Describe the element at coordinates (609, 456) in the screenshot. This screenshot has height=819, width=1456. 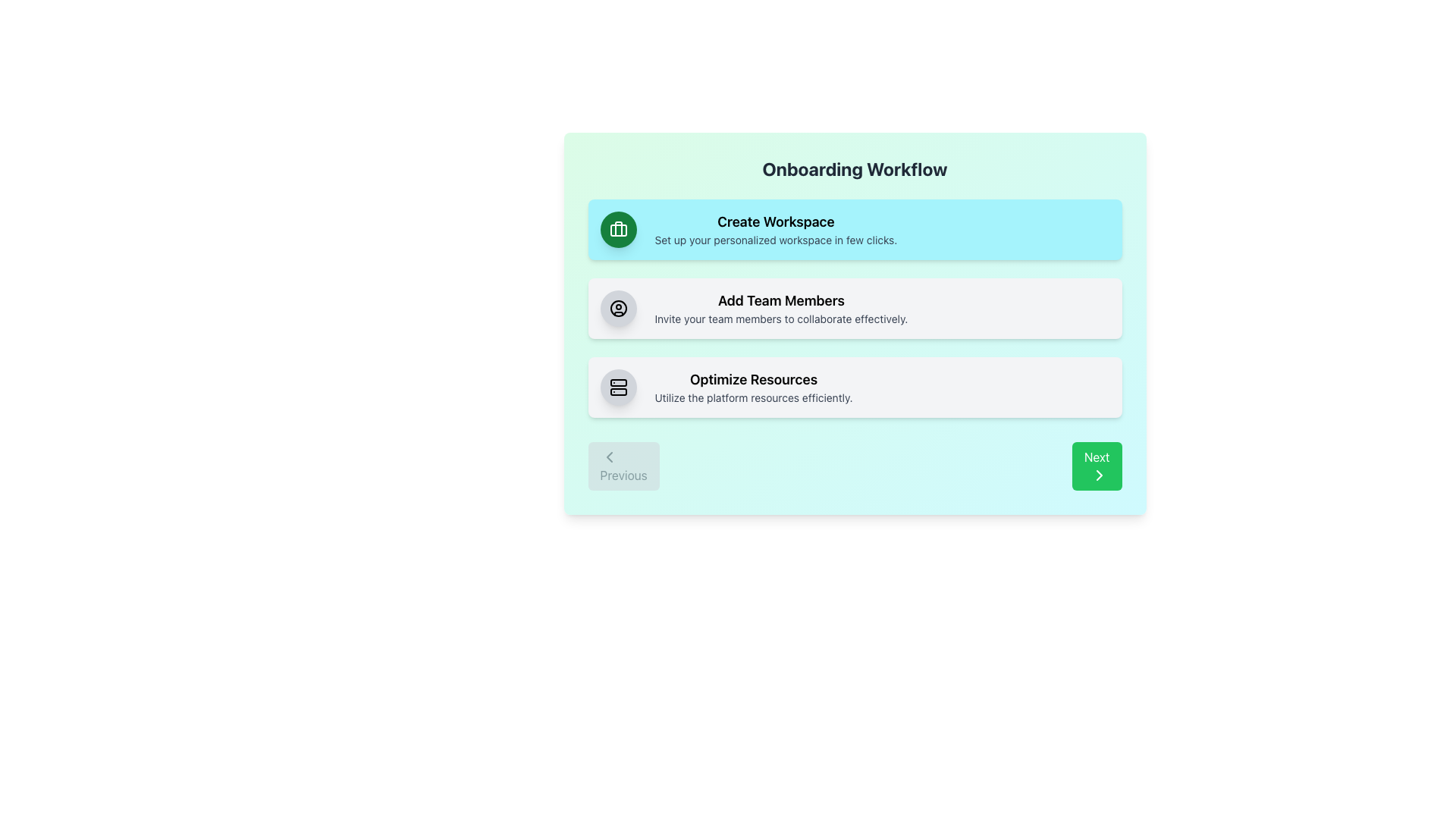
I see `the chevron icon for backward navigation indication located in the 'Previous' button on the lower left corner of the interface` at that location.